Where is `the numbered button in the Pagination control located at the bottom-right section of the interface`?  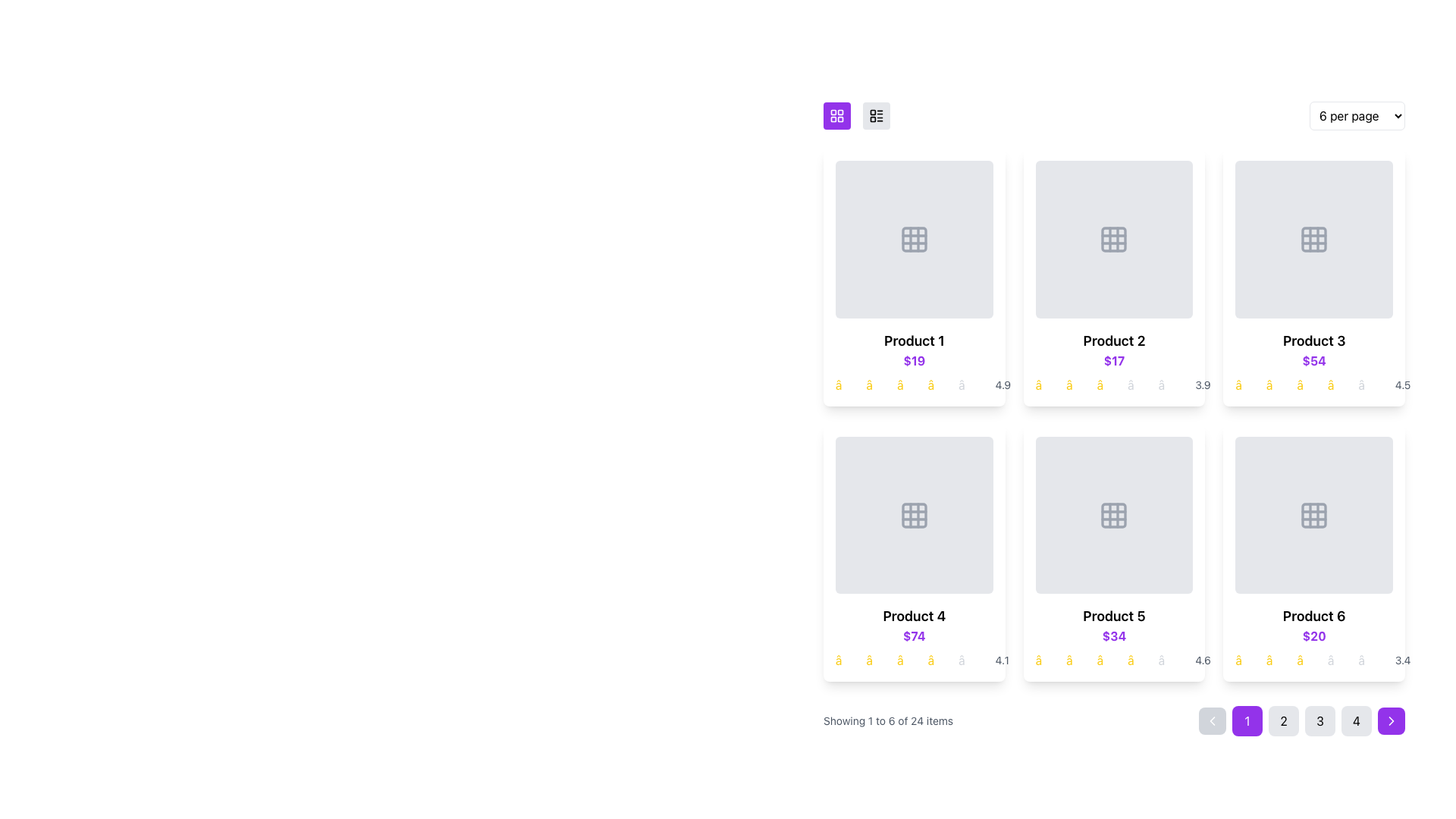 the numbered button in the Pagination control located at the bottom-right section of the interface is located at coordinates (1301, 720).